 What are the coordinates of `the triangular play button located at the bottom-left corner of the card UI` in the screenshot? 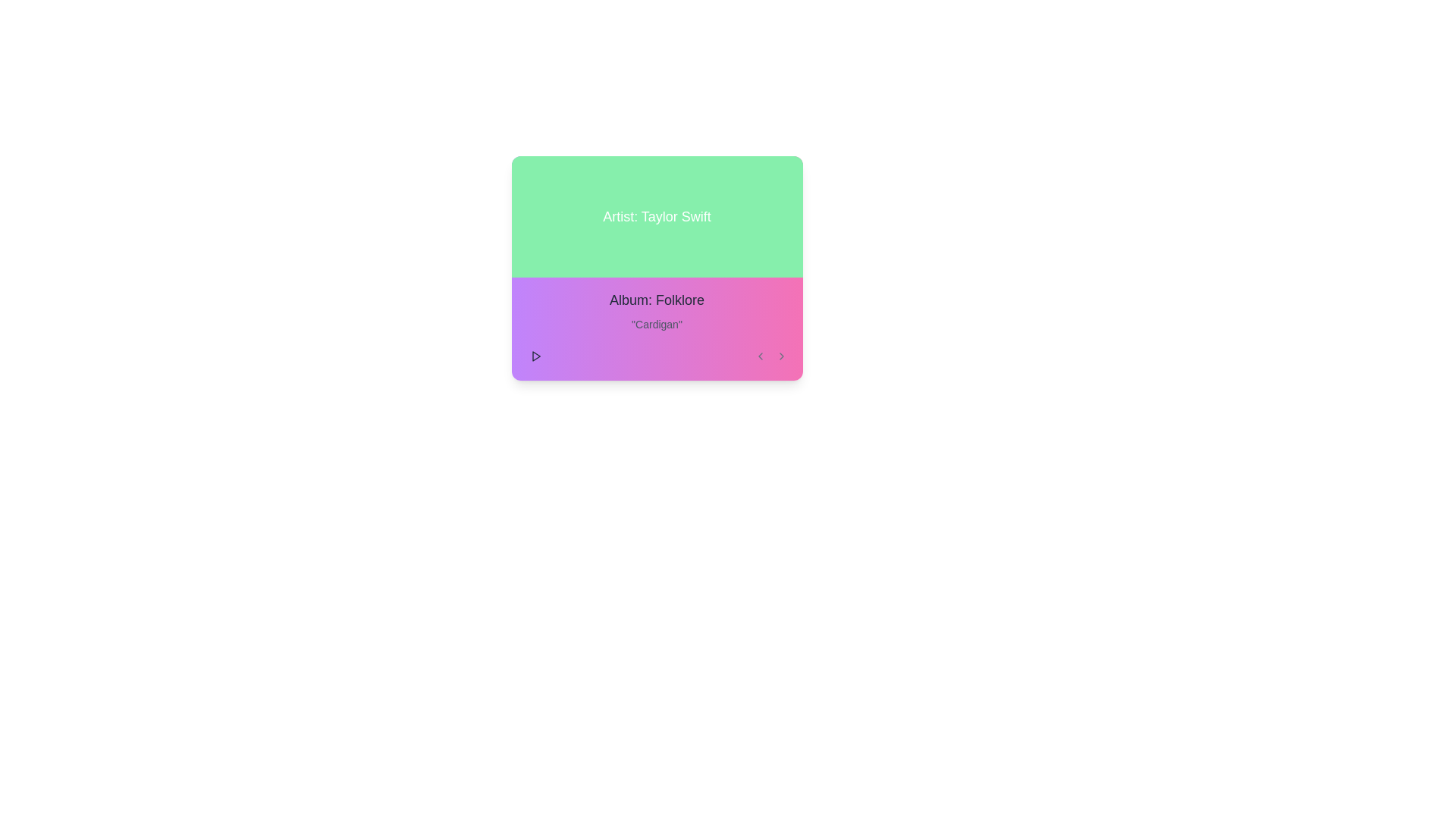 It's located at (536, 356).